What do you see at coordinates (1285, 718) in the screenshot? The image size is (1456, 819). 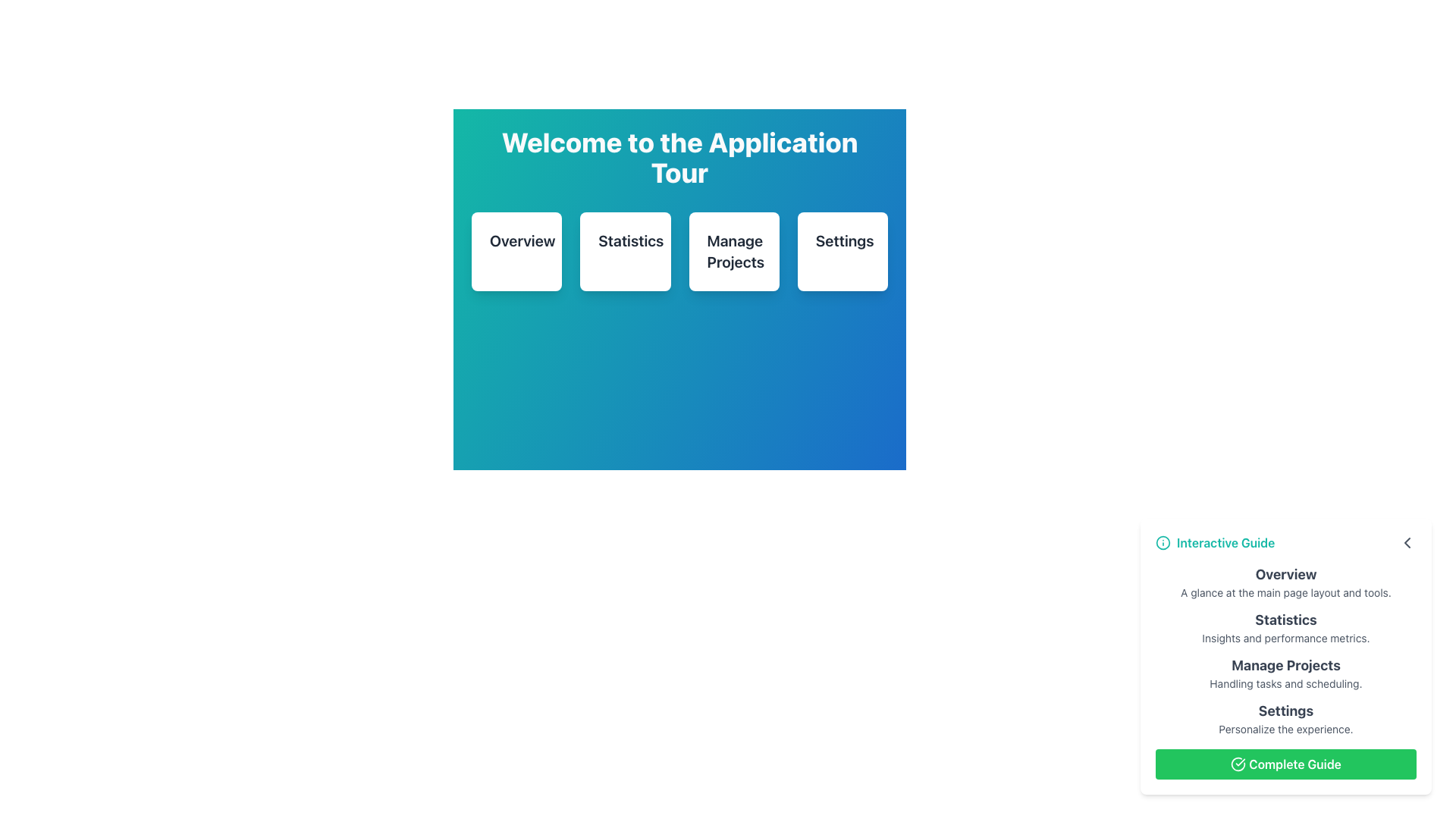 I see `the 'Settings' text grouping element` at bounding box center [1285, 718].